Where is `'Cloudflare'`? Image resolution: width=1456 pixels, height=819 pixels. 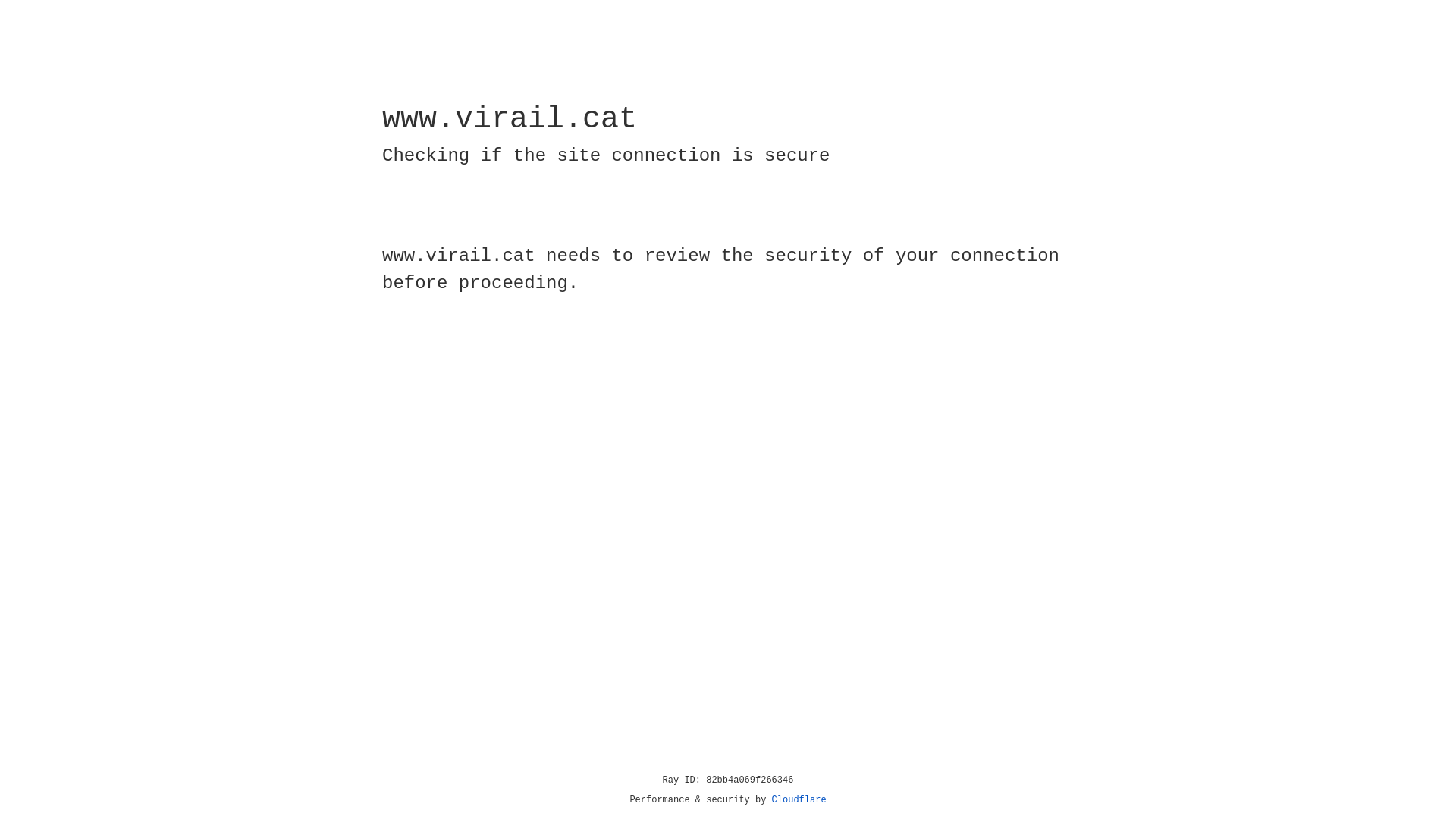
'Cloudflare' is located at coordinates (799, 799).